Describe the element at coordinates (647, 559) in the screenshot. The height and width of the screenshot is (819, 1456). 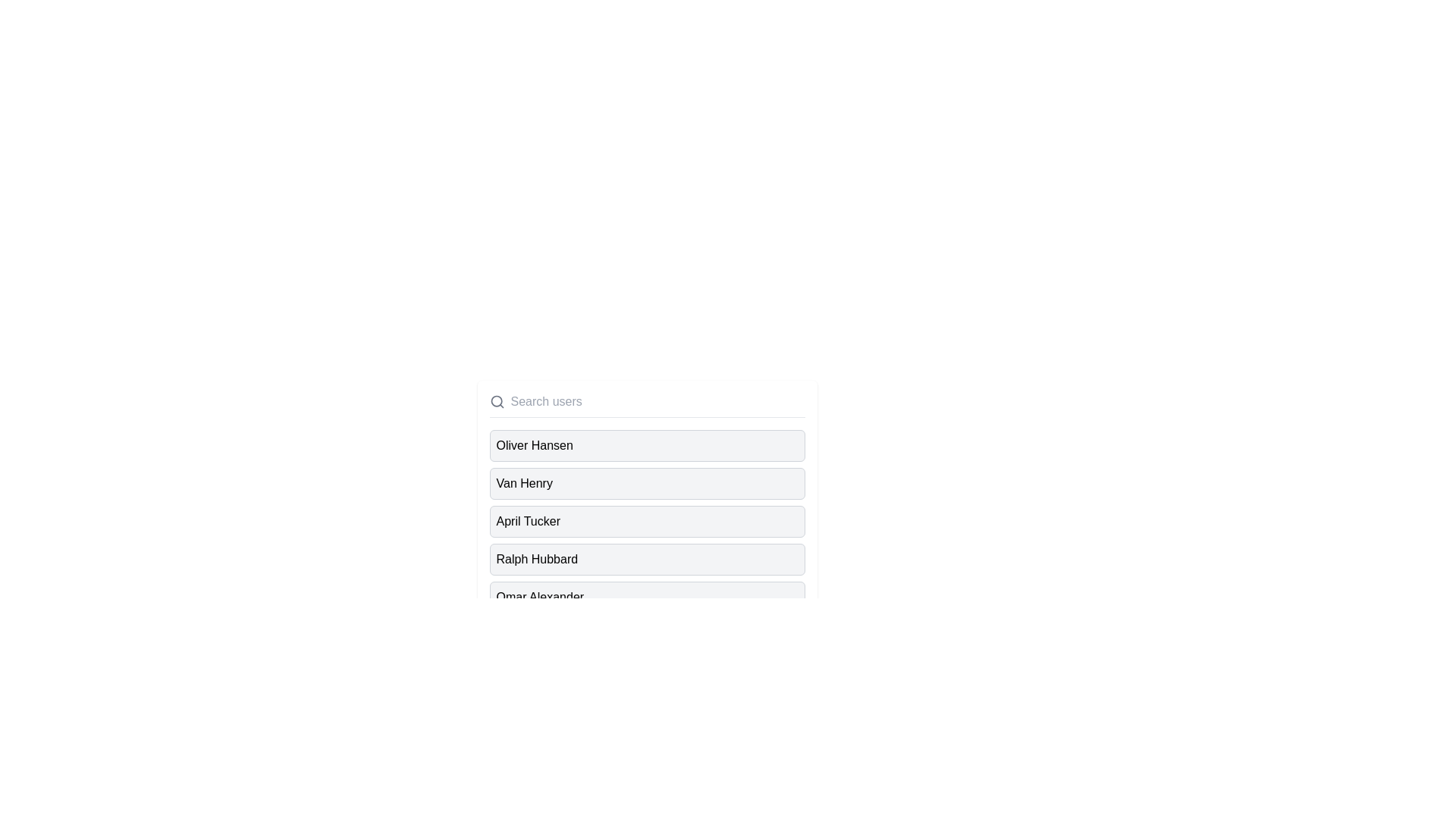
I see `the fourth item in the vertically stacked list, which is positioned between 'April Tucker' and 'Omar Alexander'` at that location.